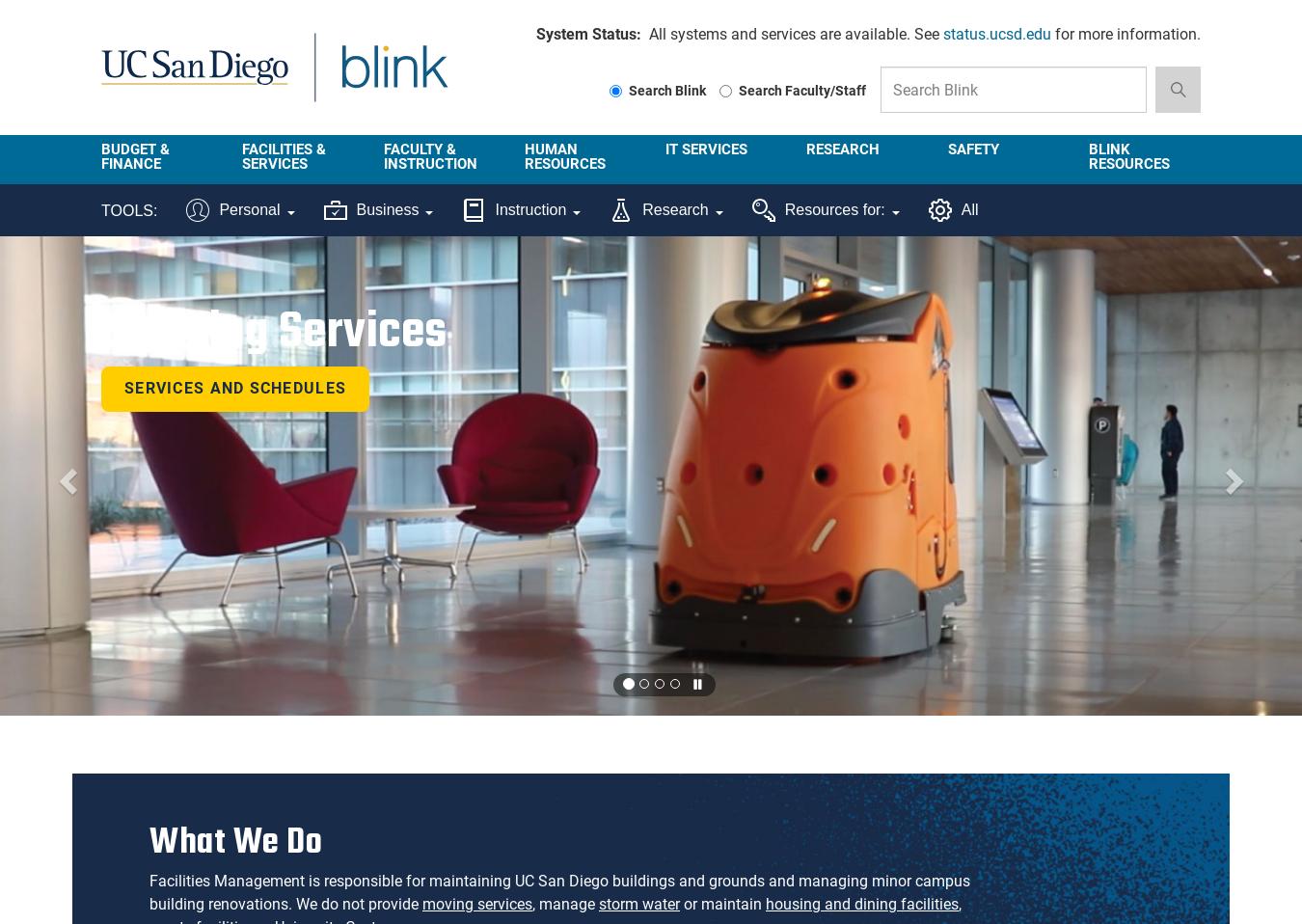  I want to click on 'Personal', so click(217, 208).